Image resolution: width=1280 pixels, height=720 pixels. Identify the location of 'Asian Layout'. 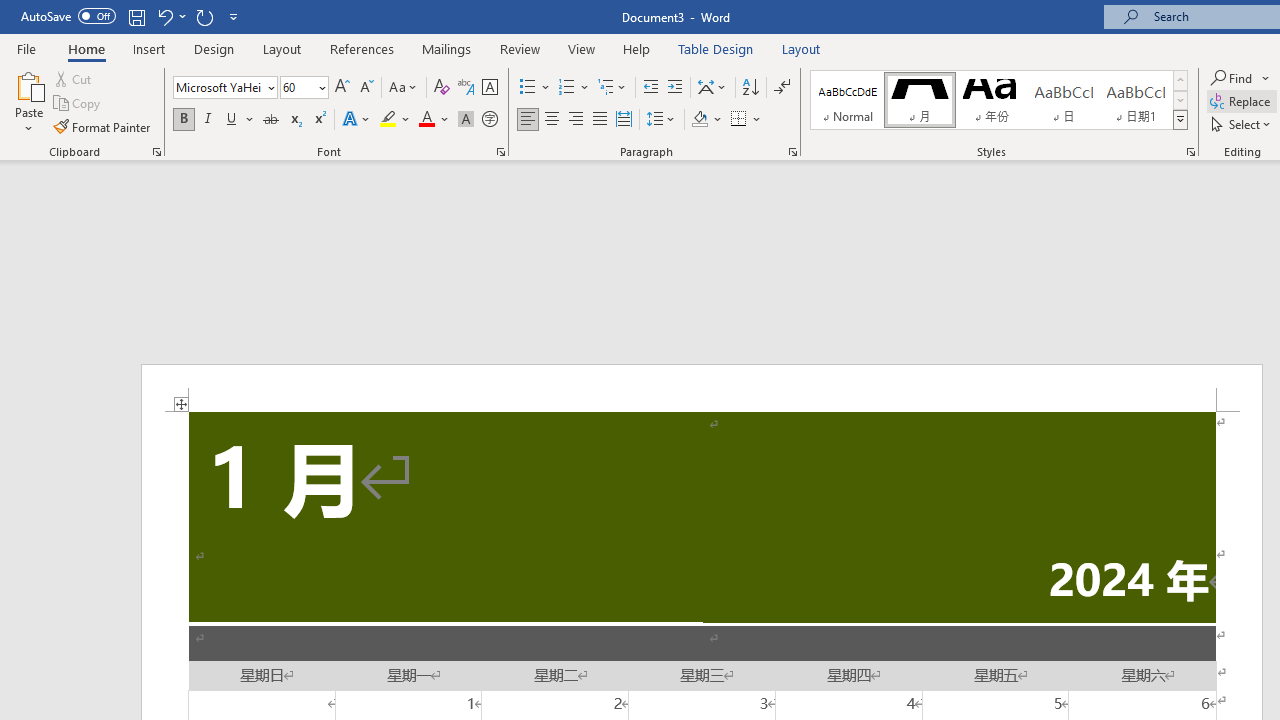
(712, 86).